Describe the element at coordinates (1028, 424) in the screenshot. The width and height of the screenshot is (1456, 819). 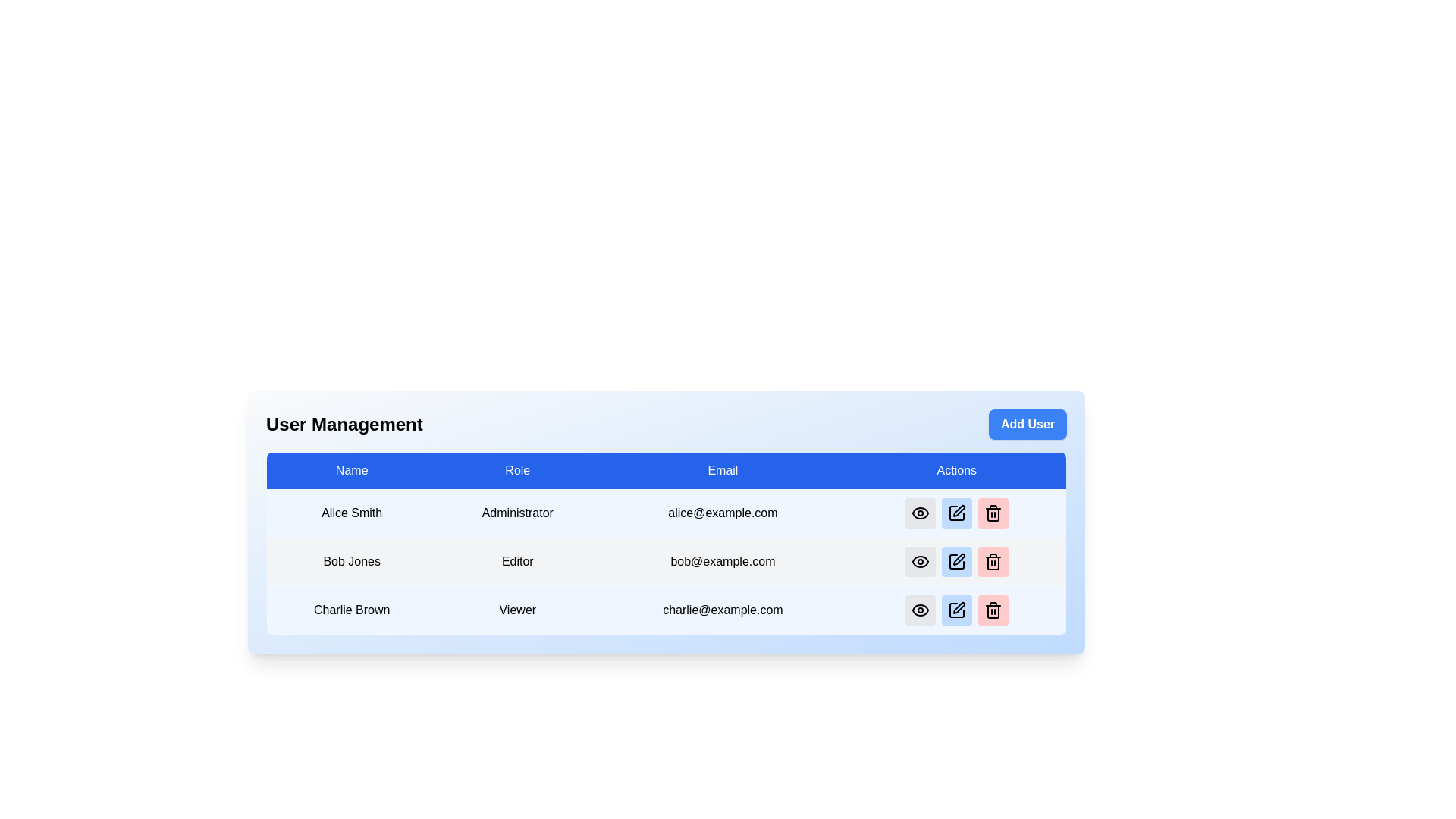
I see `the button located in the top-right corner of the 'User Management' section` at that location.